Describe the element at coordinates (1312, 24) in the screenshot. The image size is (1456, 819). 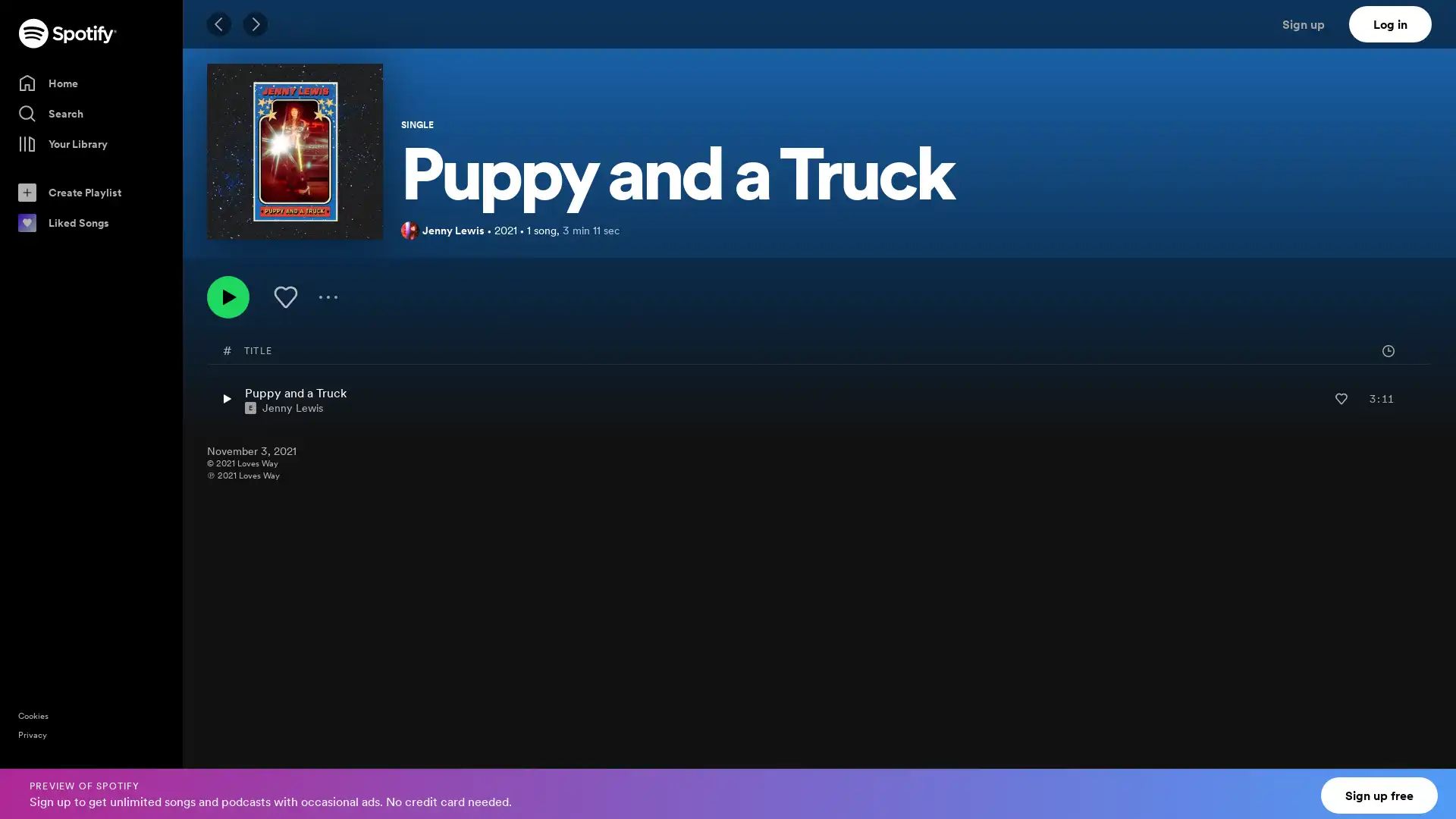
I see `Sign up` at that location.